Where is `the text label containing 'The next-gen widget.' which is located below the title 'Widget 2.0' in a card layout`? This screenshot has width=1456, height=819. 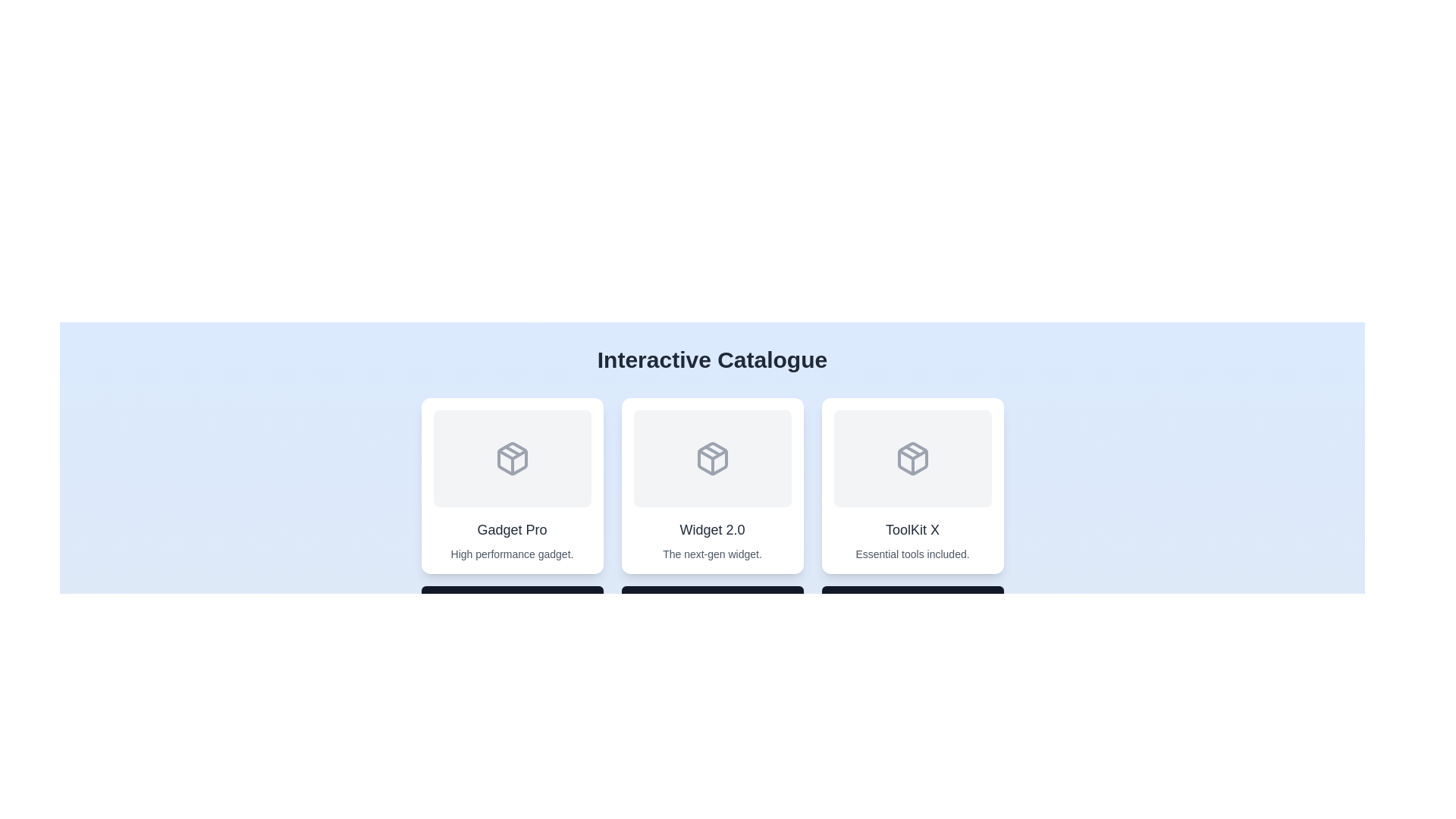 the text label containing 'The next-gen widget.' which is located below the title 'Widget 2.0' in a card layout is located at coordinates (711, 554).